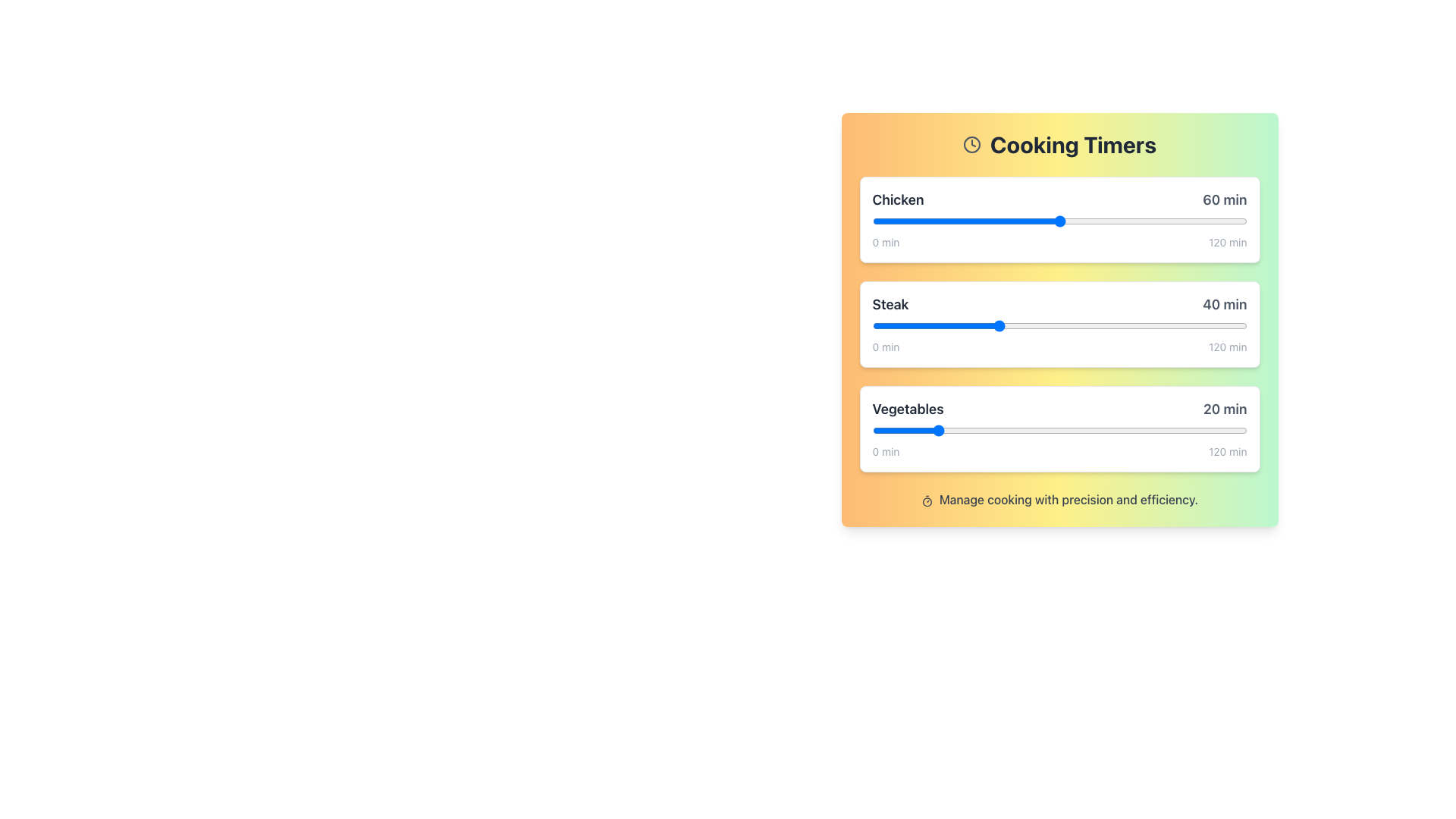 This screenshot has height=819, width=1456. I want to click on the timer value for the slider, so click(884, 325).